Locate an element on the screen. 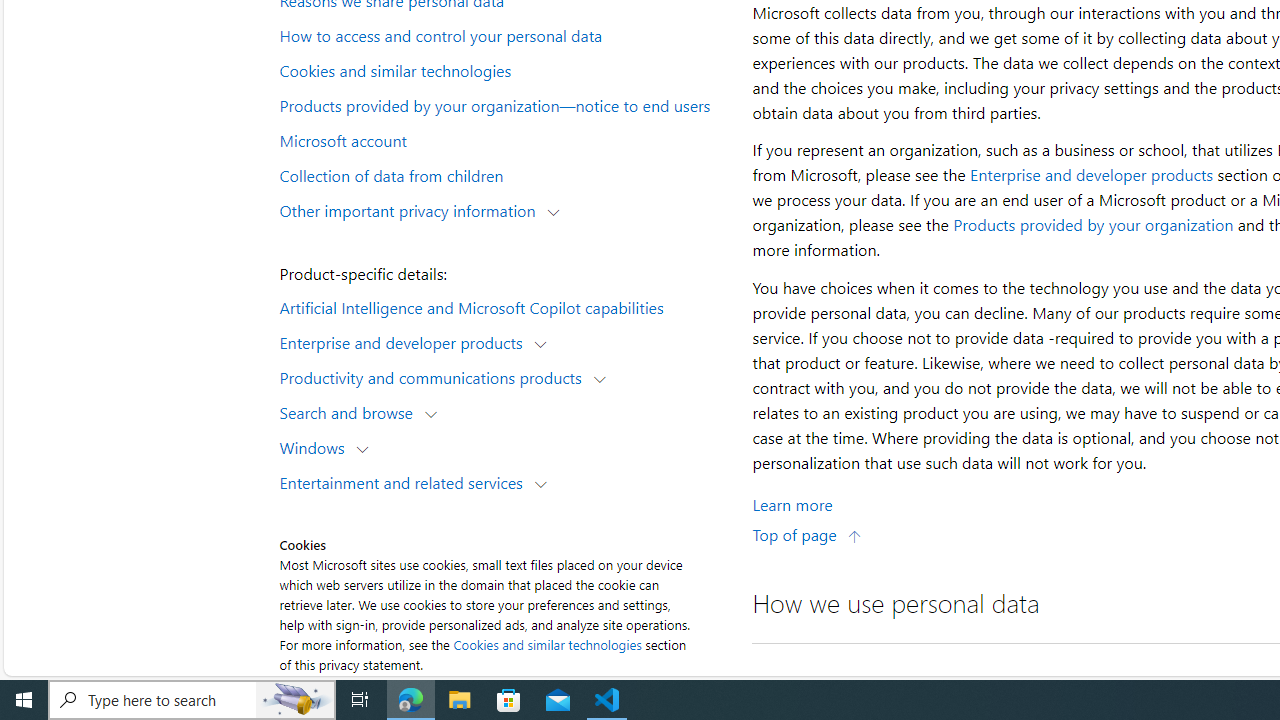 The height and width of the screenshot is (720, 1280). 'Learn More about Personal data we collect' is located at coordinates (791, 503).